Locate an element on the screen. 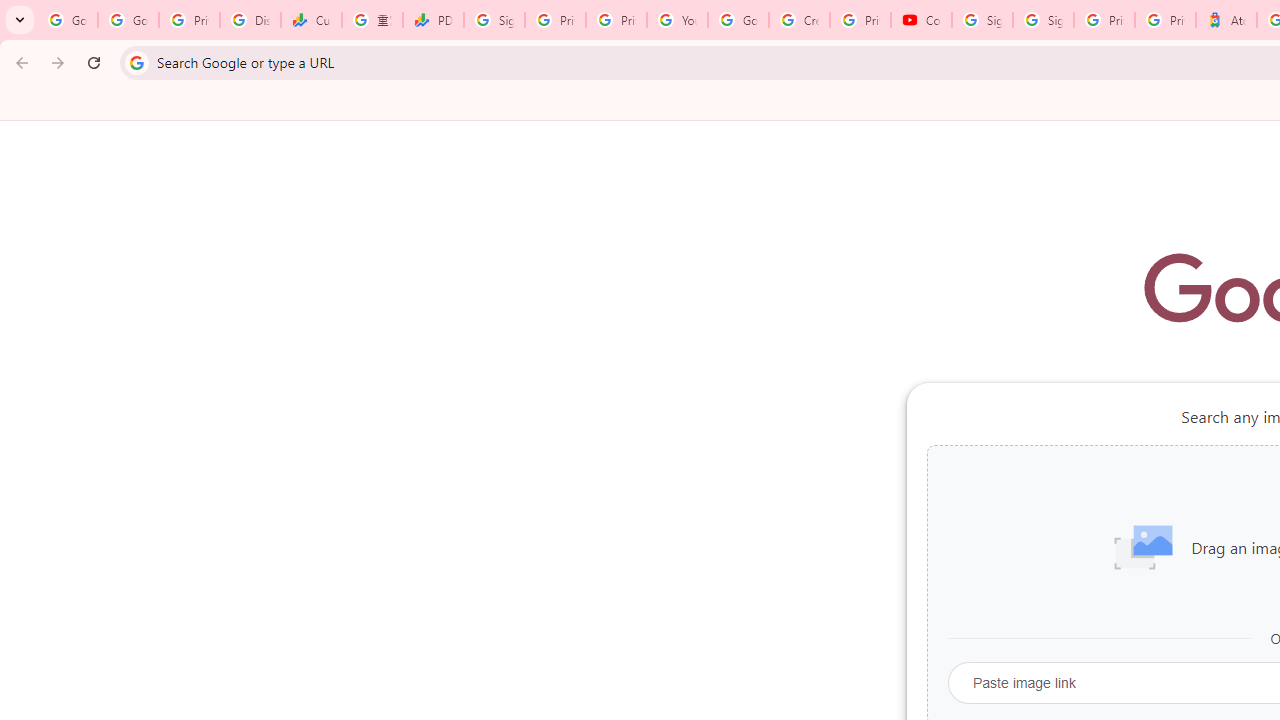 The height and width of the screenshot is (720, 1280). 'Sign in - Google Accounts' is located at coordinates (982, 20).